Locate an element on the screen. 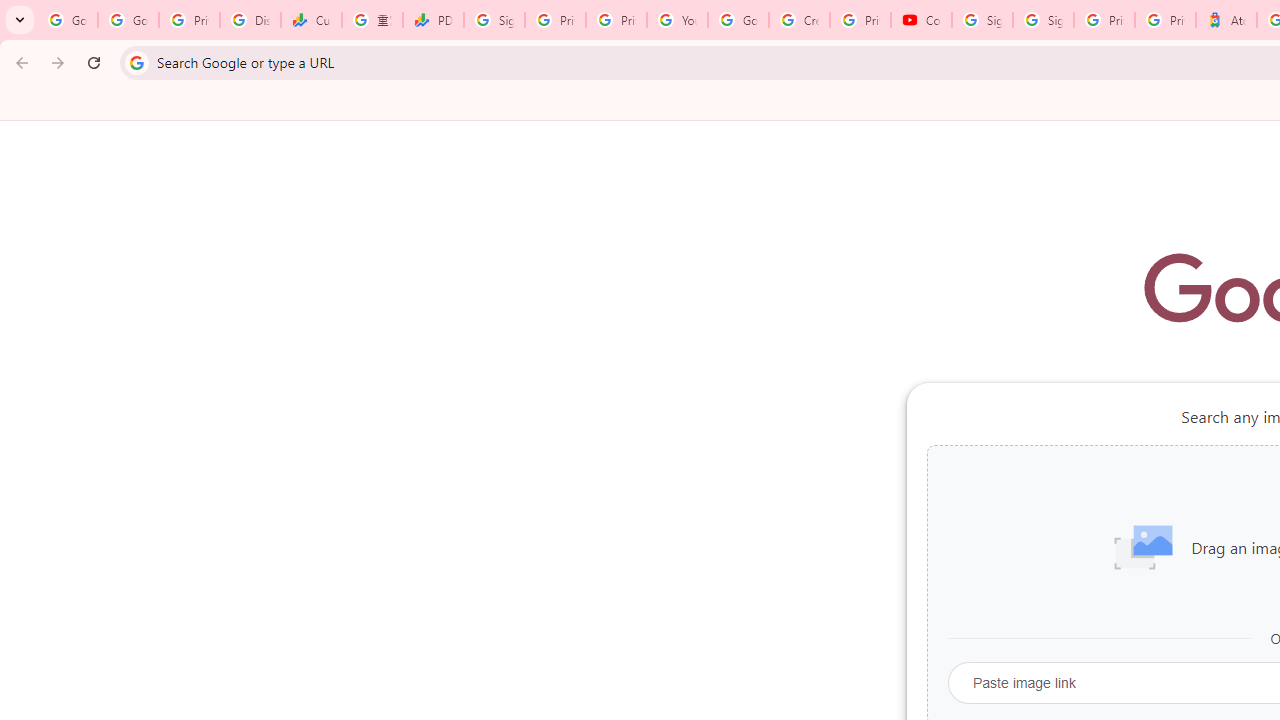 The height and width of the screenshot is (720, 1280). 'Sign in - Google Accounts' is located at coordinates (982, 20).